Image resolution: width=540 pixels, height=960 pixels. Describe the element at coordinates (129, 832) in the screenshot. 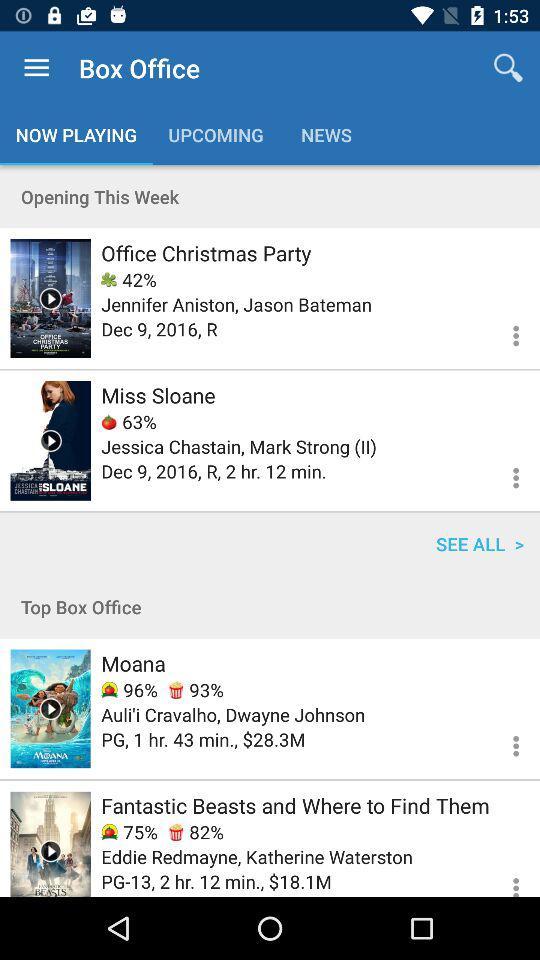

I see `the icon above eddie redmayne katherine icon` at that location.